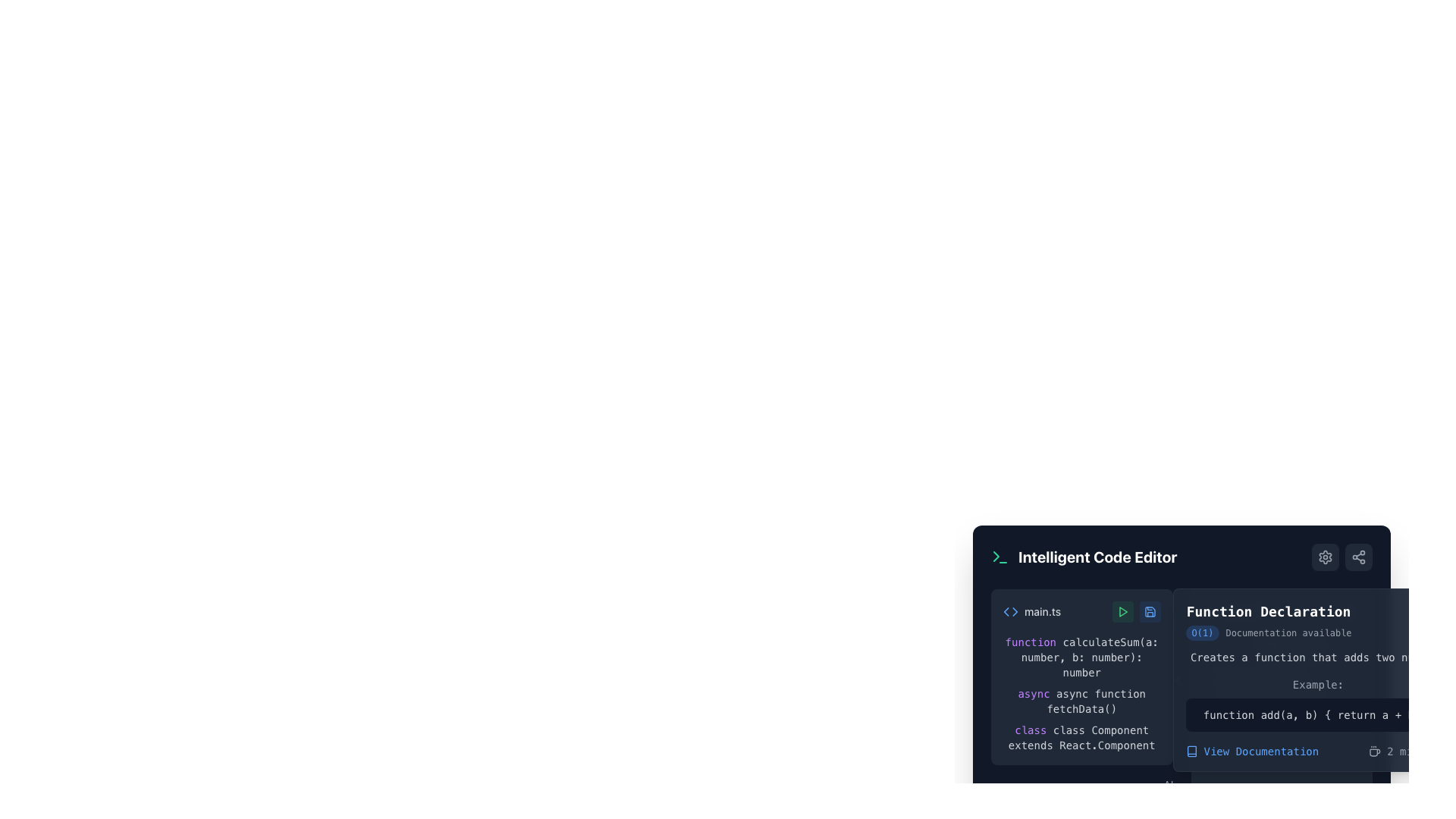 This screenshot has height=819, width=1456. Describe the element at coordinates (1375, 752) in the screenshot. I see `the coffee cup icon, which is a minimalist line drawing located to the left of the text '2 min read'` at that location.